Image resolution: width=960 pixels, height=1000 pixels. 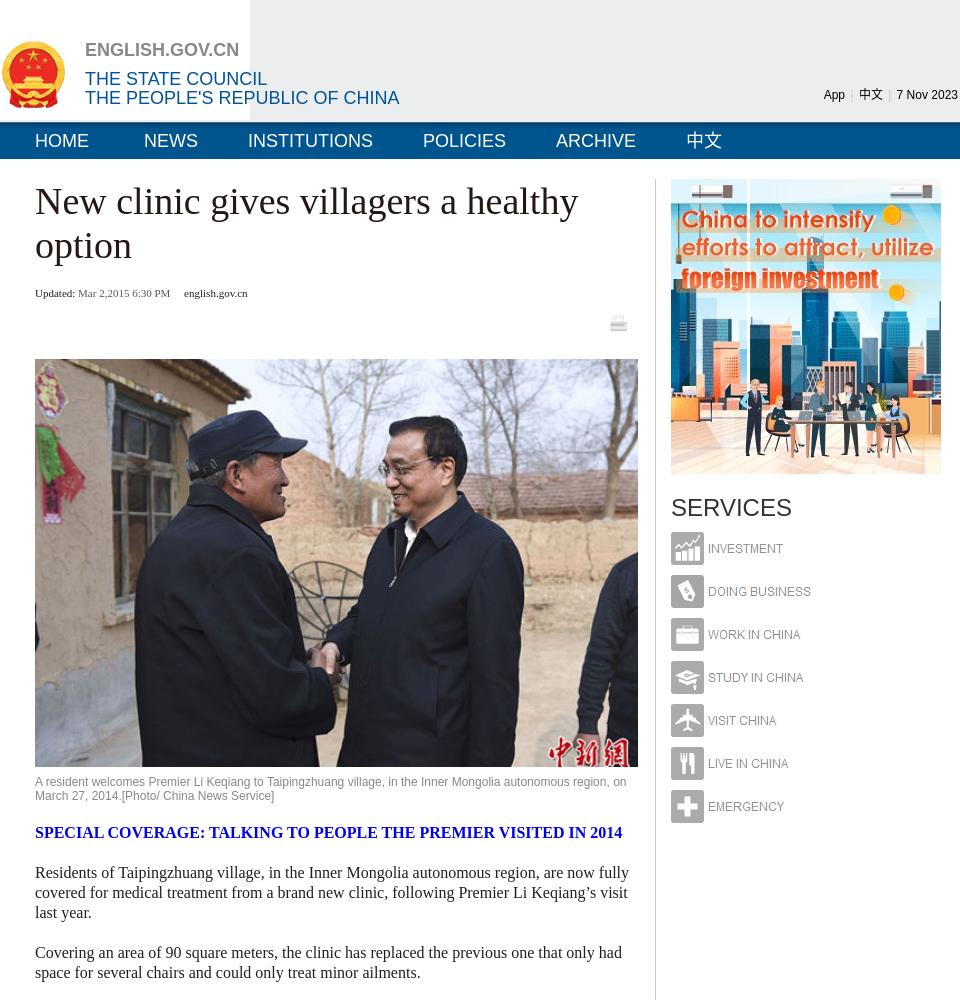 I want to click on 'Covering an area of 90 square meters, the clinic has replaced the previous one that only had space for several chairs and could only treat minor ailments.', so click(x=328, y=961).